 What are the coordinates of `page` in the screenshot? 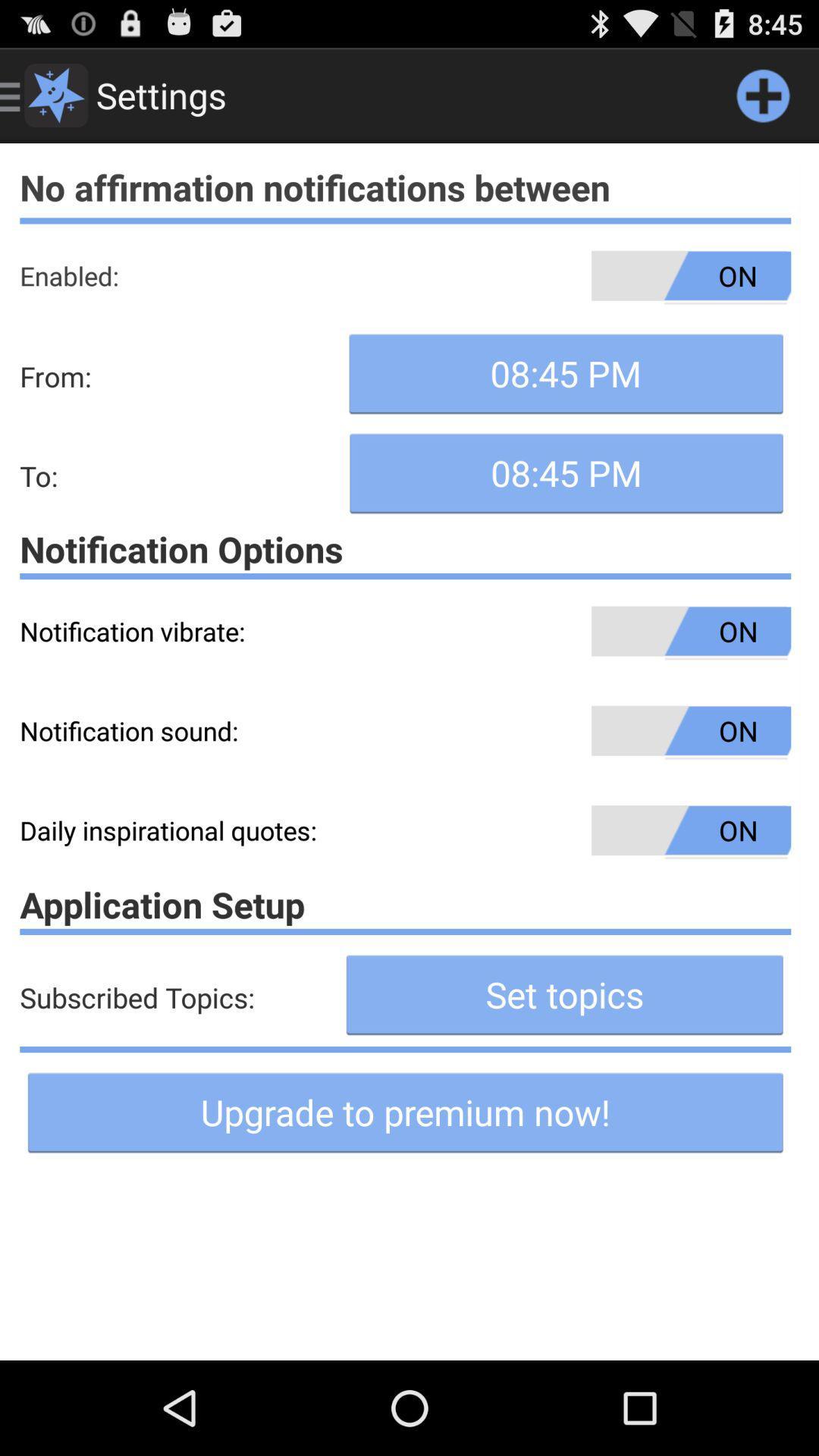 It's located at (763, 94).